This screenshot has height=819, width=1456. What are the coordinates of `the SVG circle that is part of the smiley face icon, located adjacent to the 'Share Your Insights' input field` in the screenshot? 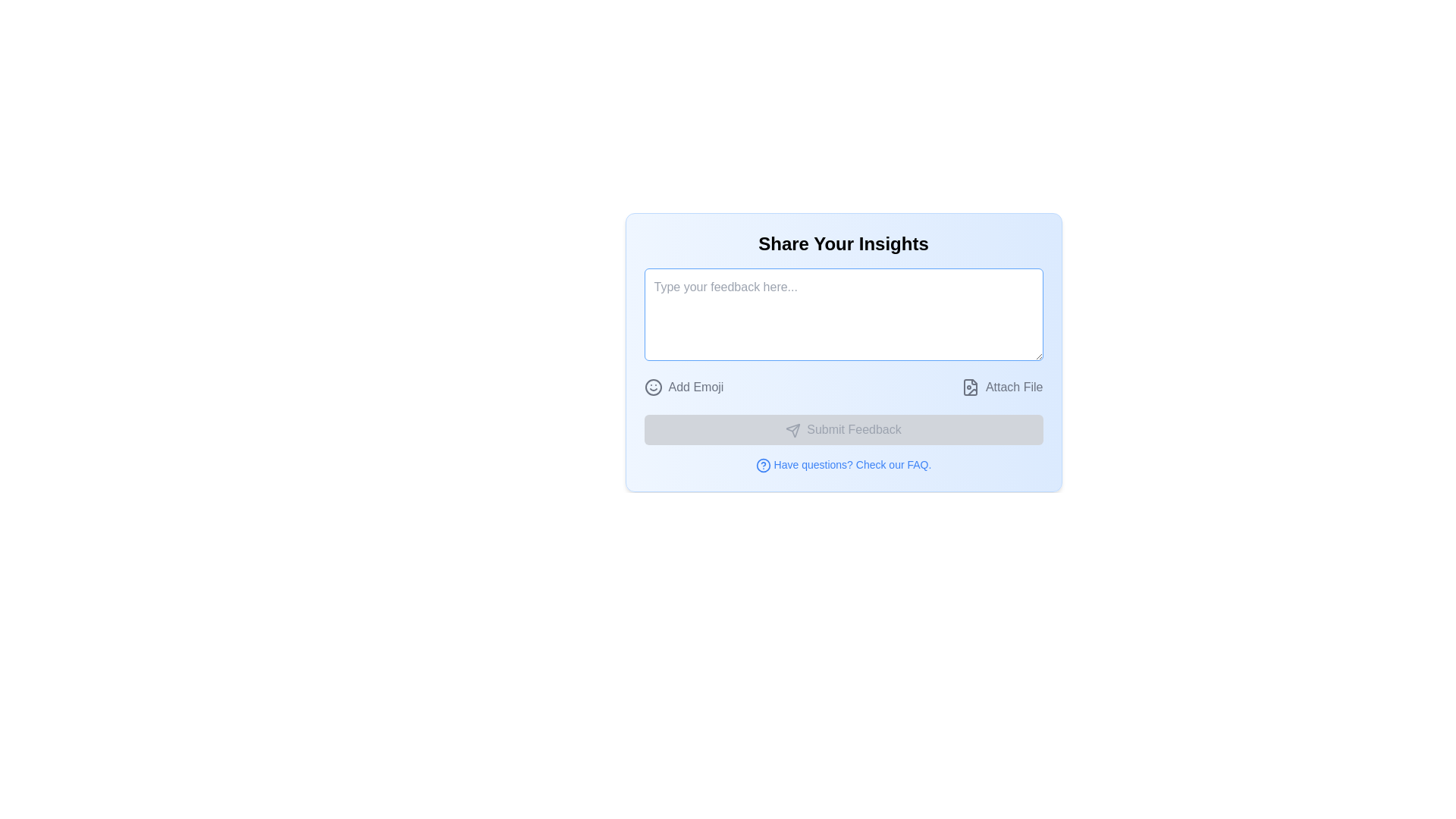 It's located at (653, 386).